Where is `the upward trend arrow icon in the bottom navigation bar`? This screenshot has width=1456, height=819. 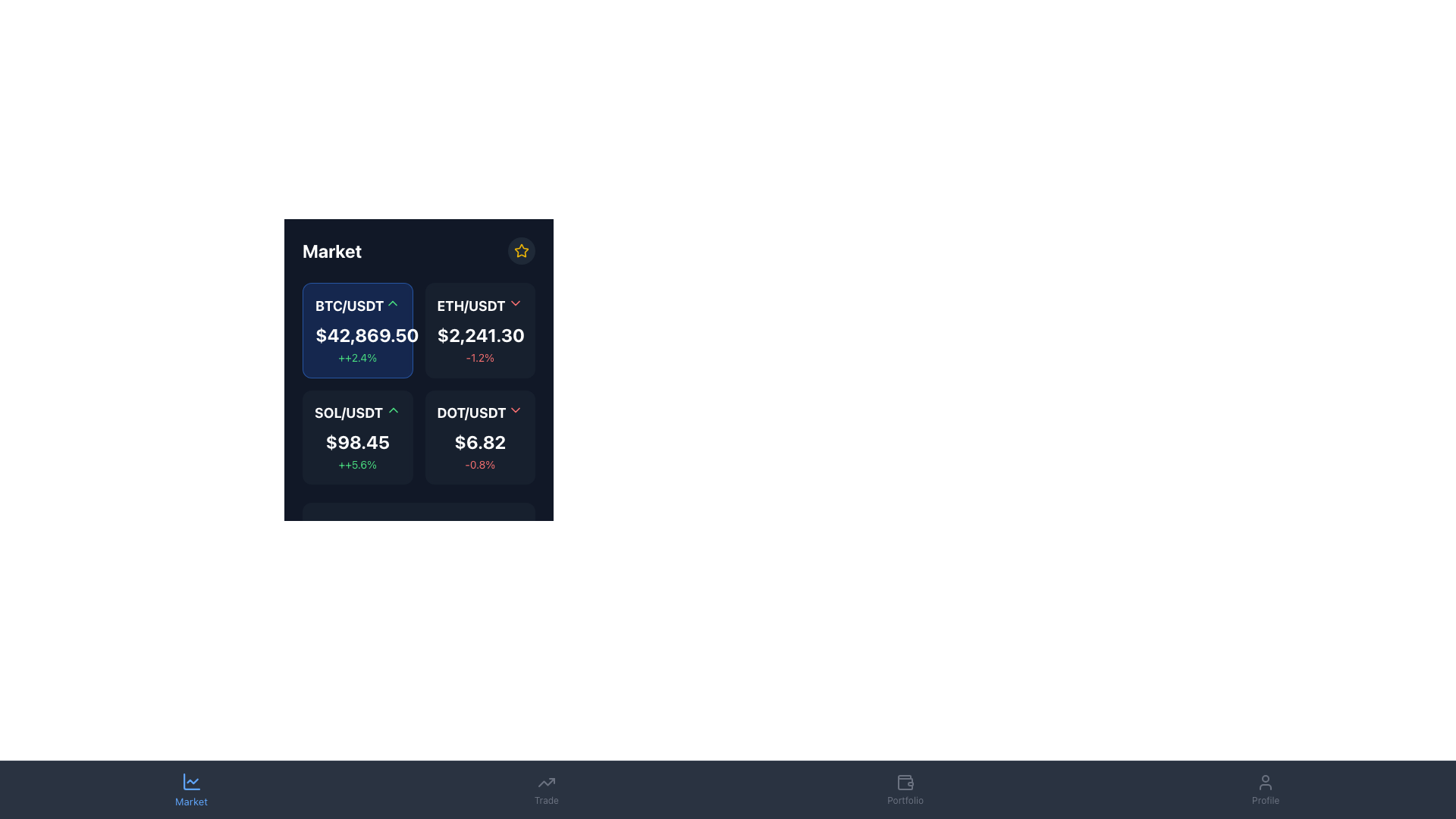 the upward trend arrow icon in the bottom navigation bar is located at coordinates (546, 783).